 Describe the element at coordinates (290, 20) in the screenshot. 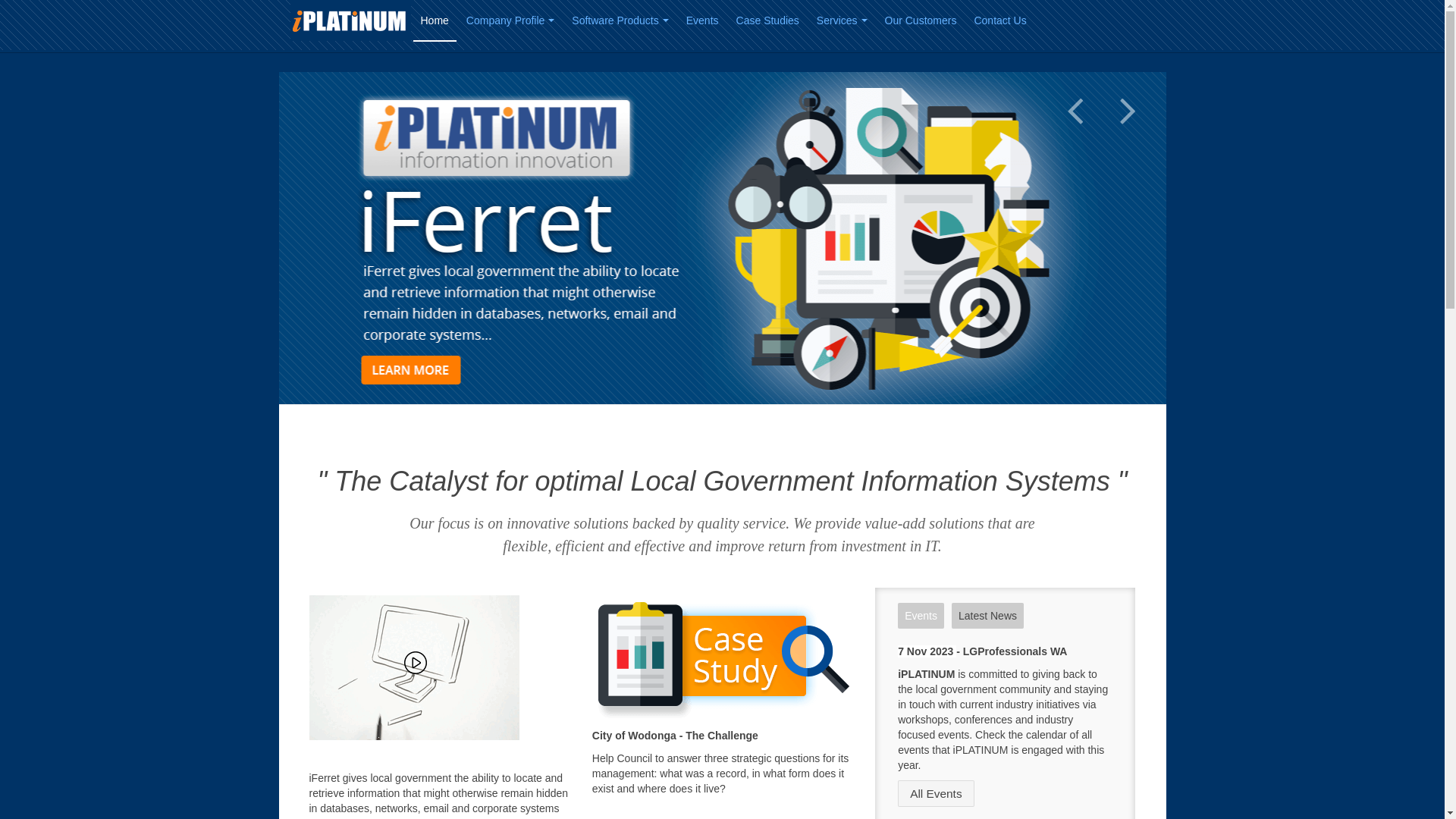

I see `'iPlatinum'` at that location.